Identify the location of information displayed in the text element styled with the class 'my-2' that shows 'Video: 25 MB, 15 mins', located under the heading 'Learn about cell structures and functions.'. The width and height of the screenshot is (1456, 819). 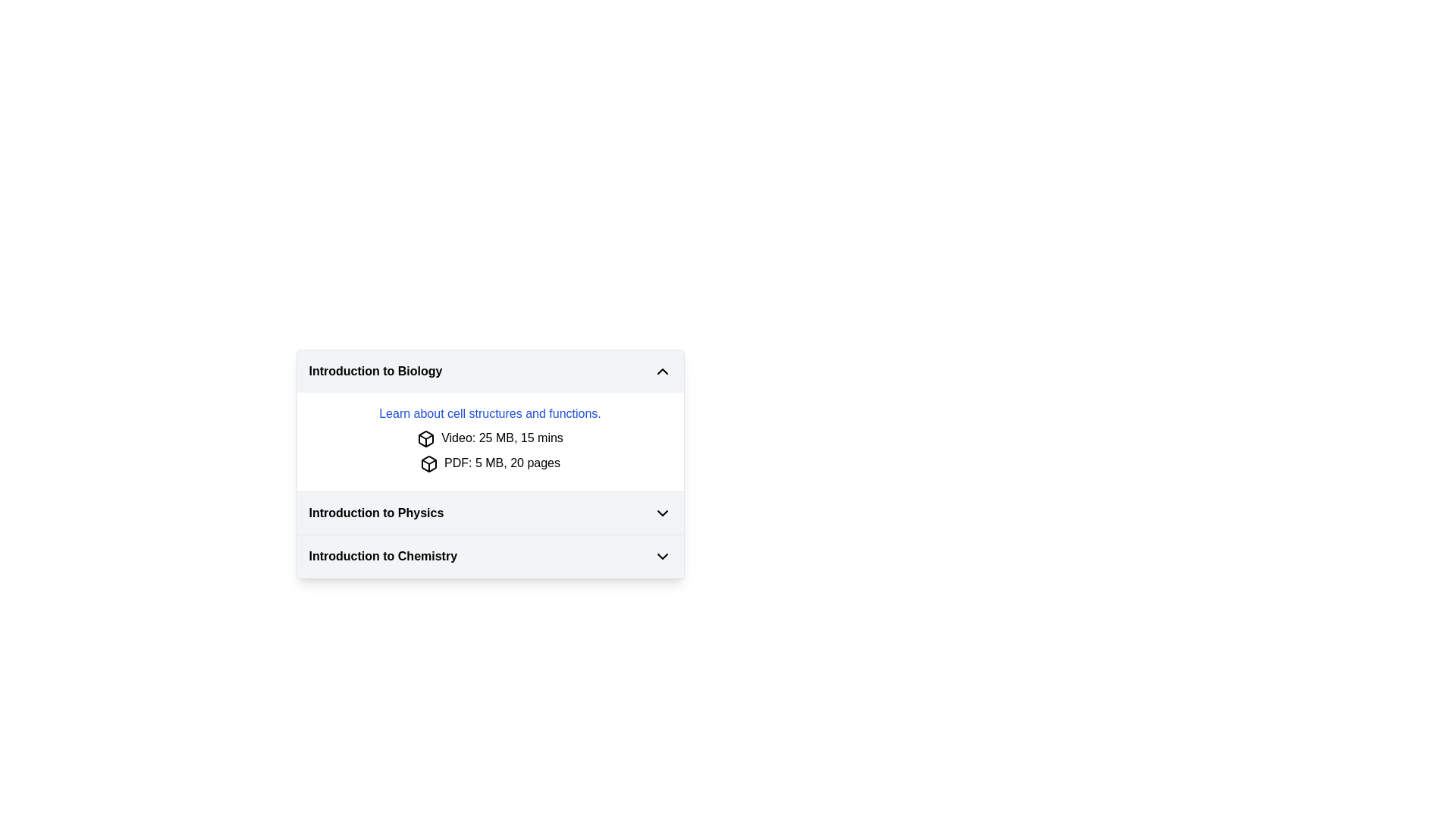
(490, 438).